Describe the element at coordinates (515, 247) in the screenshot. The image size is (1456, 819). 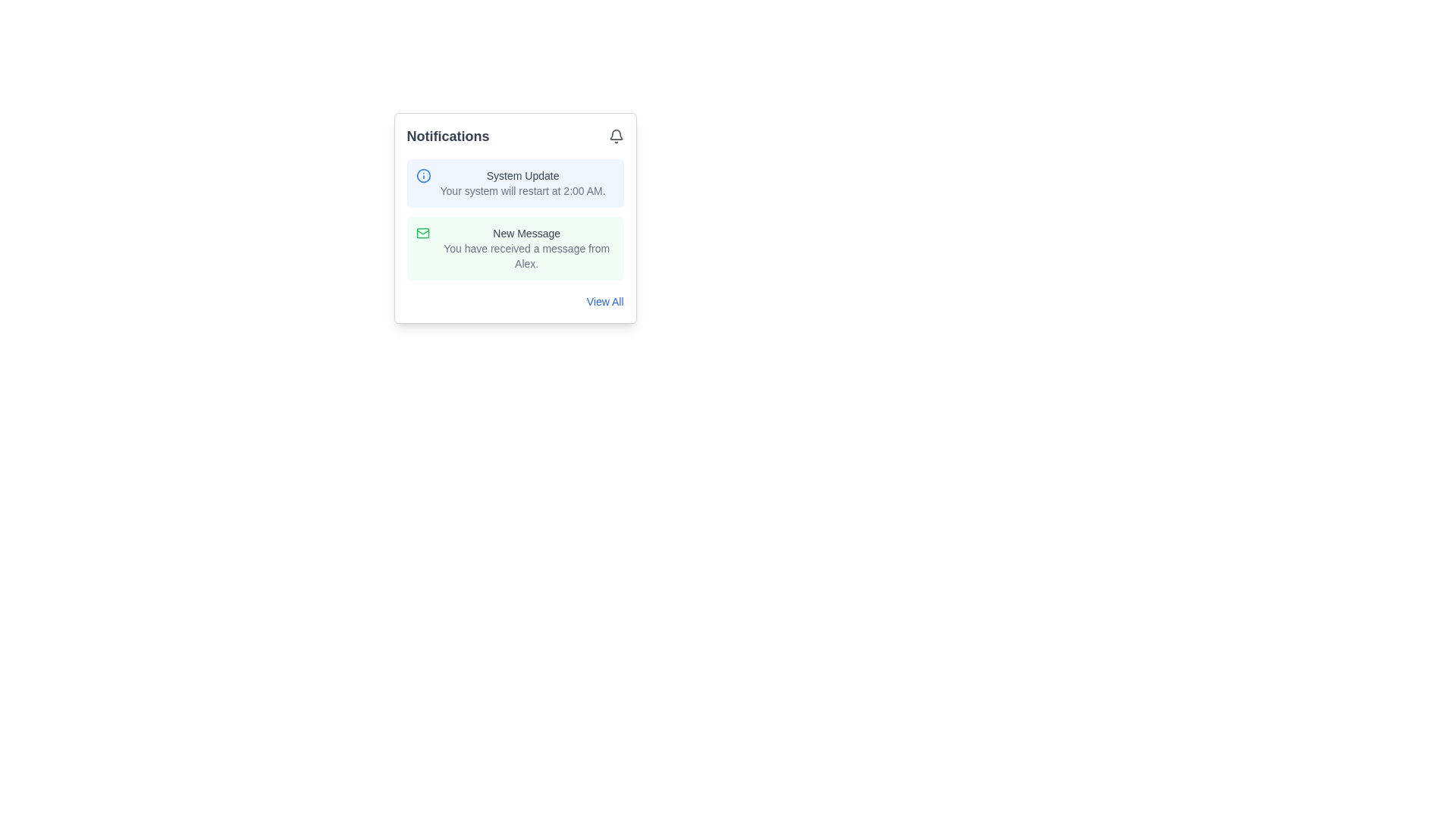
I see `notification content from the notification card informing about a new message received from Alex, which is the second notification below the first one in the notification panel` at that location.